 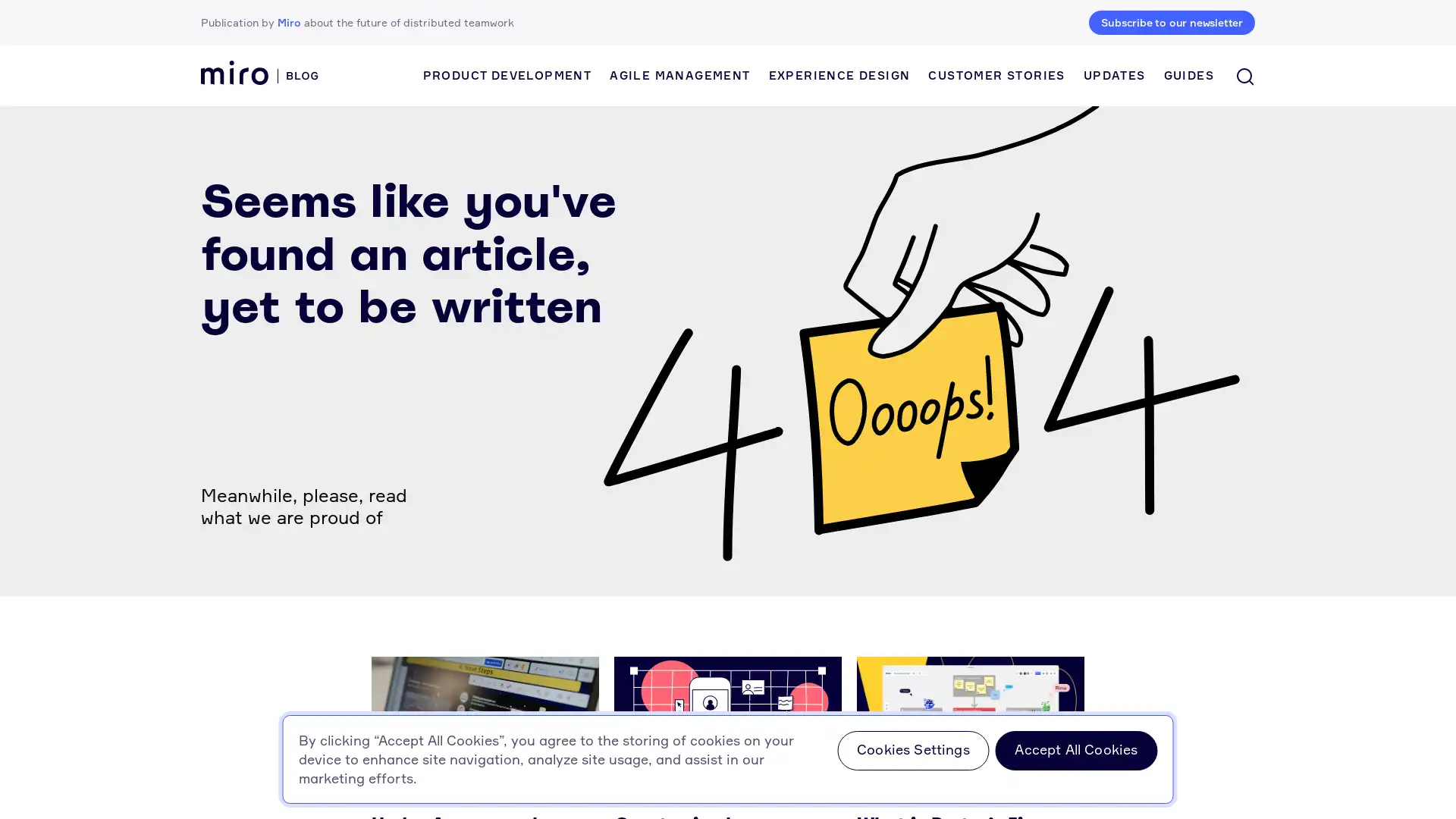 I want to click on Subscribe to our newsletter, so click(x=1171, y=23).